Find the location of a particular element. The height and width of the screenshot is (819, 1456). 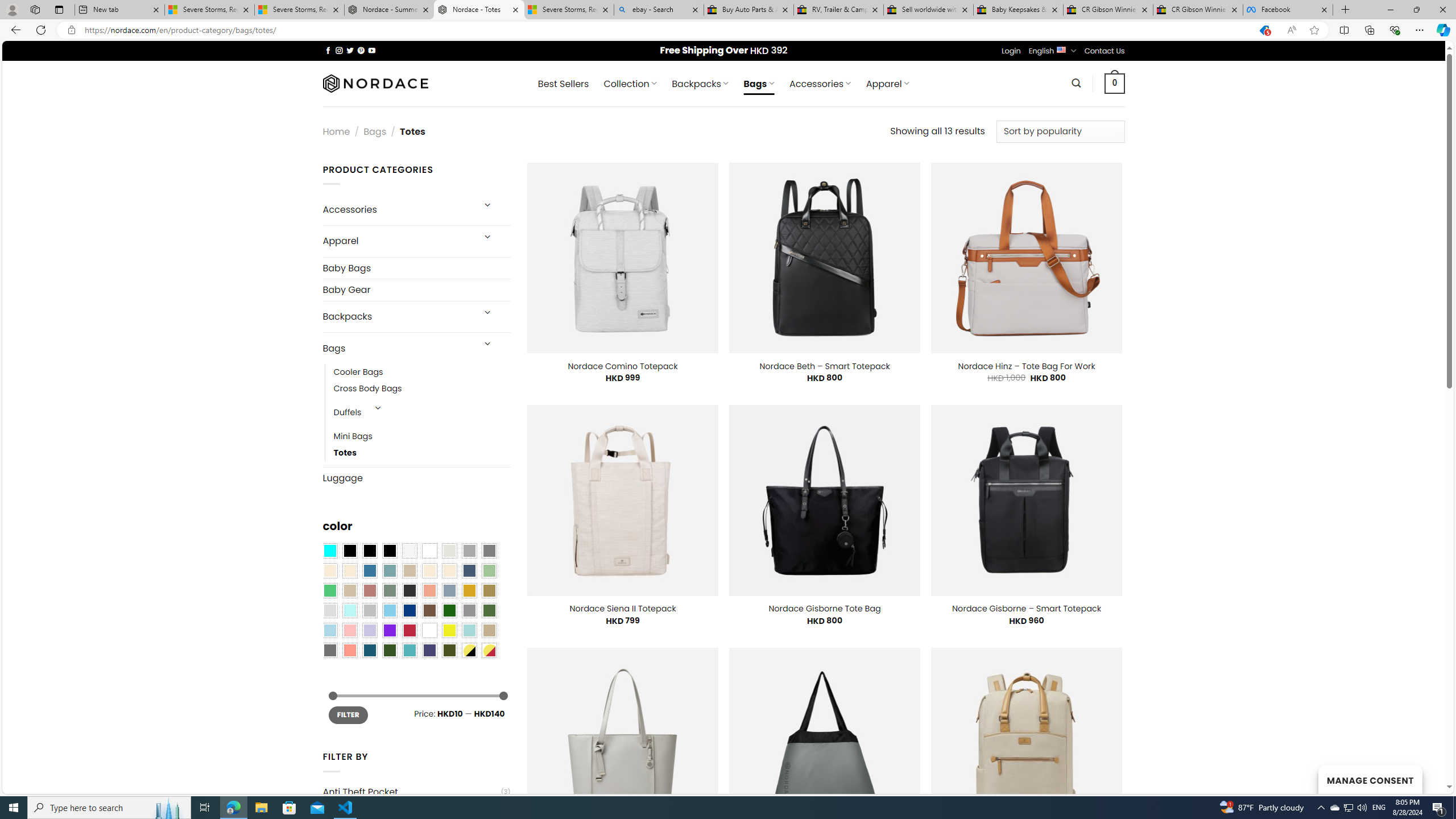

'Baby Keepsakes & Announcements for sale | eBay' is located at coordinates (1017, 9).